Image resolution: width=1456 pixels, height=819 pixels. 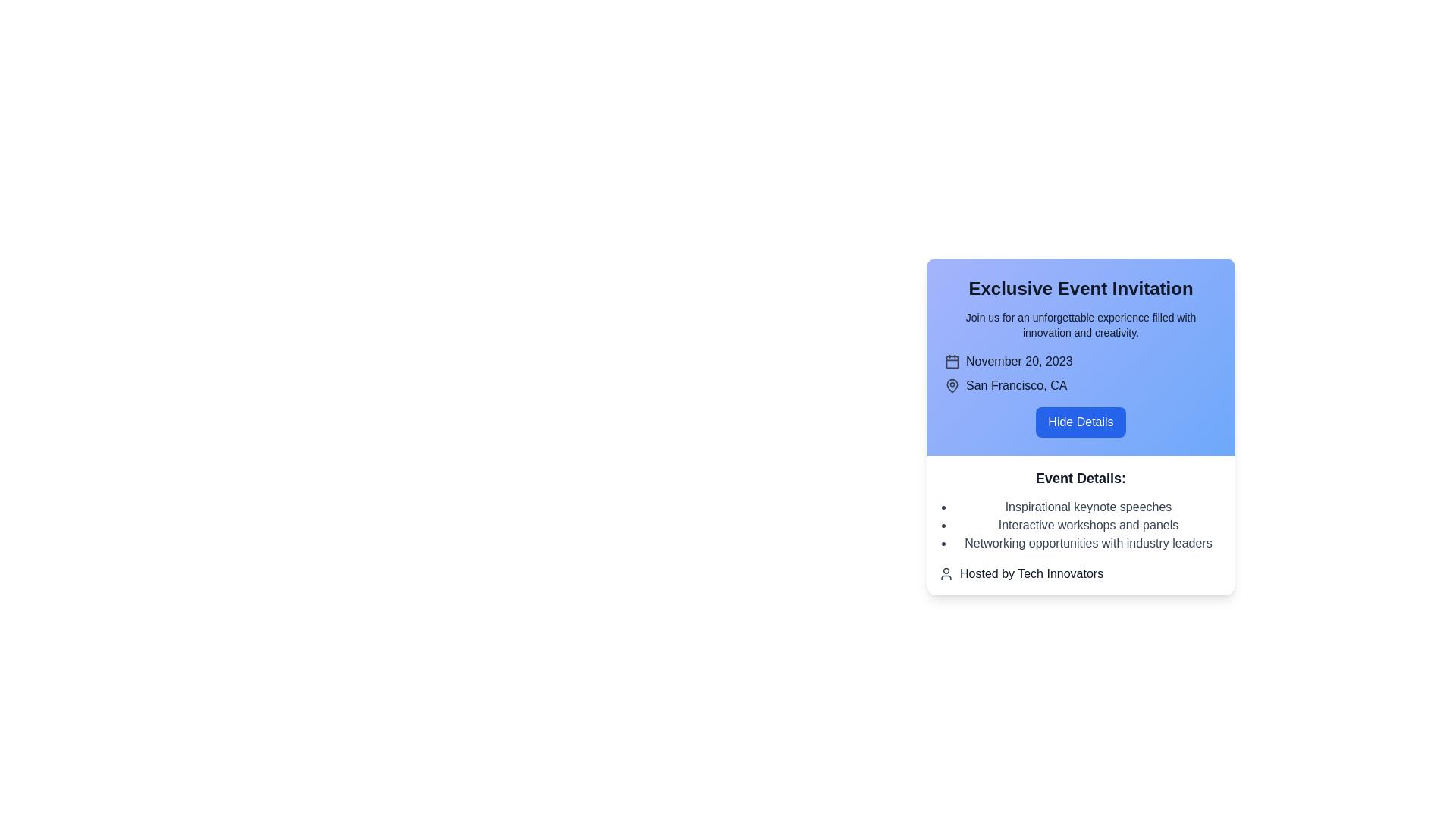 I want to click on the user profile icon located in the bottom-left section of the card element, which visually represents the user and precedes the text 'Hosted by Tech Innovators', so click(x=946, y=573).